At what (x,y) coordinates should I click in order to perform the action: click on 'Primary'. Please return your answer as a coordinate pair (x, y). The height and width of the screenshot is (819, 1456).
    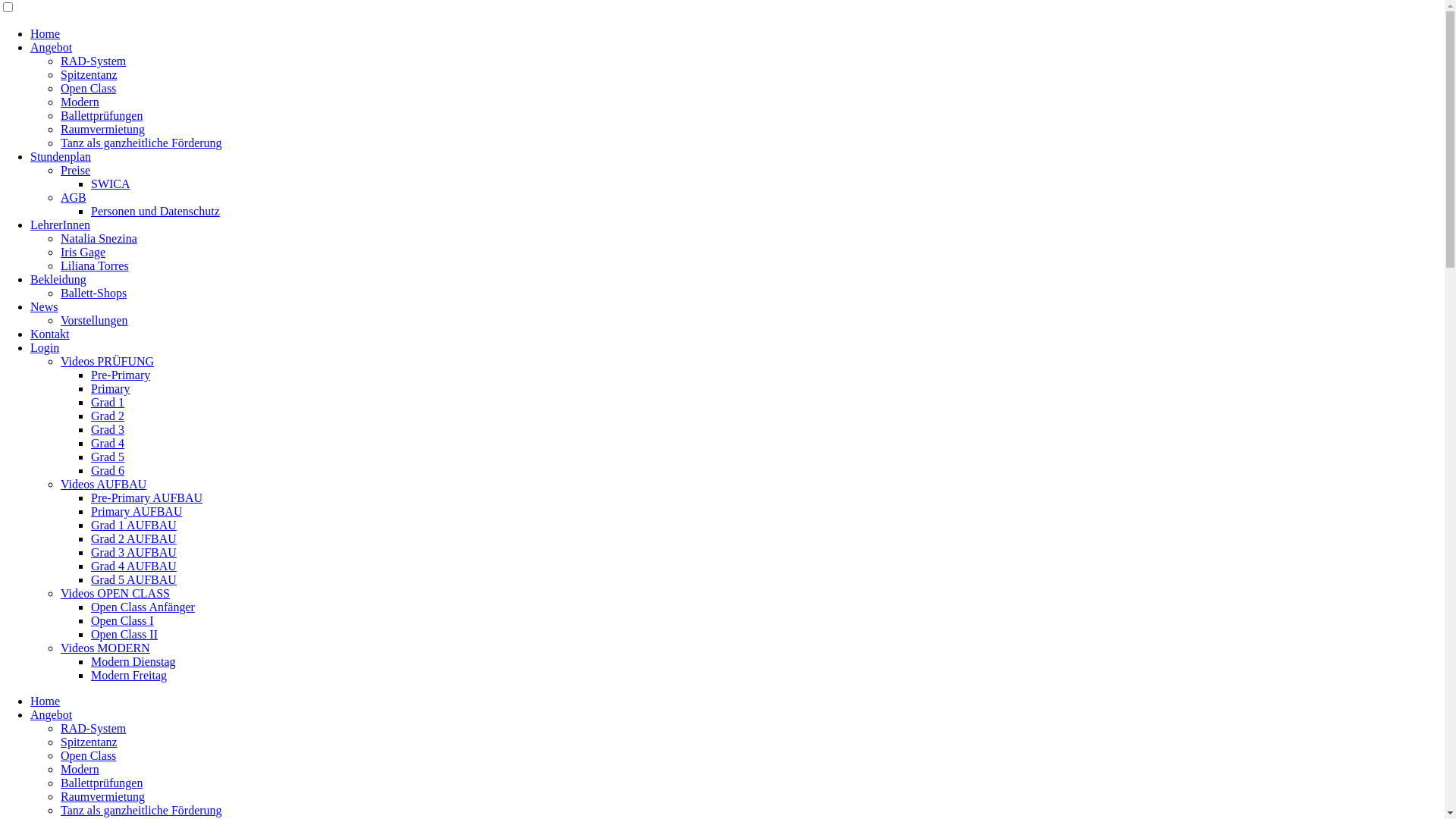
    Looking at the image, I should click on (109, 388).